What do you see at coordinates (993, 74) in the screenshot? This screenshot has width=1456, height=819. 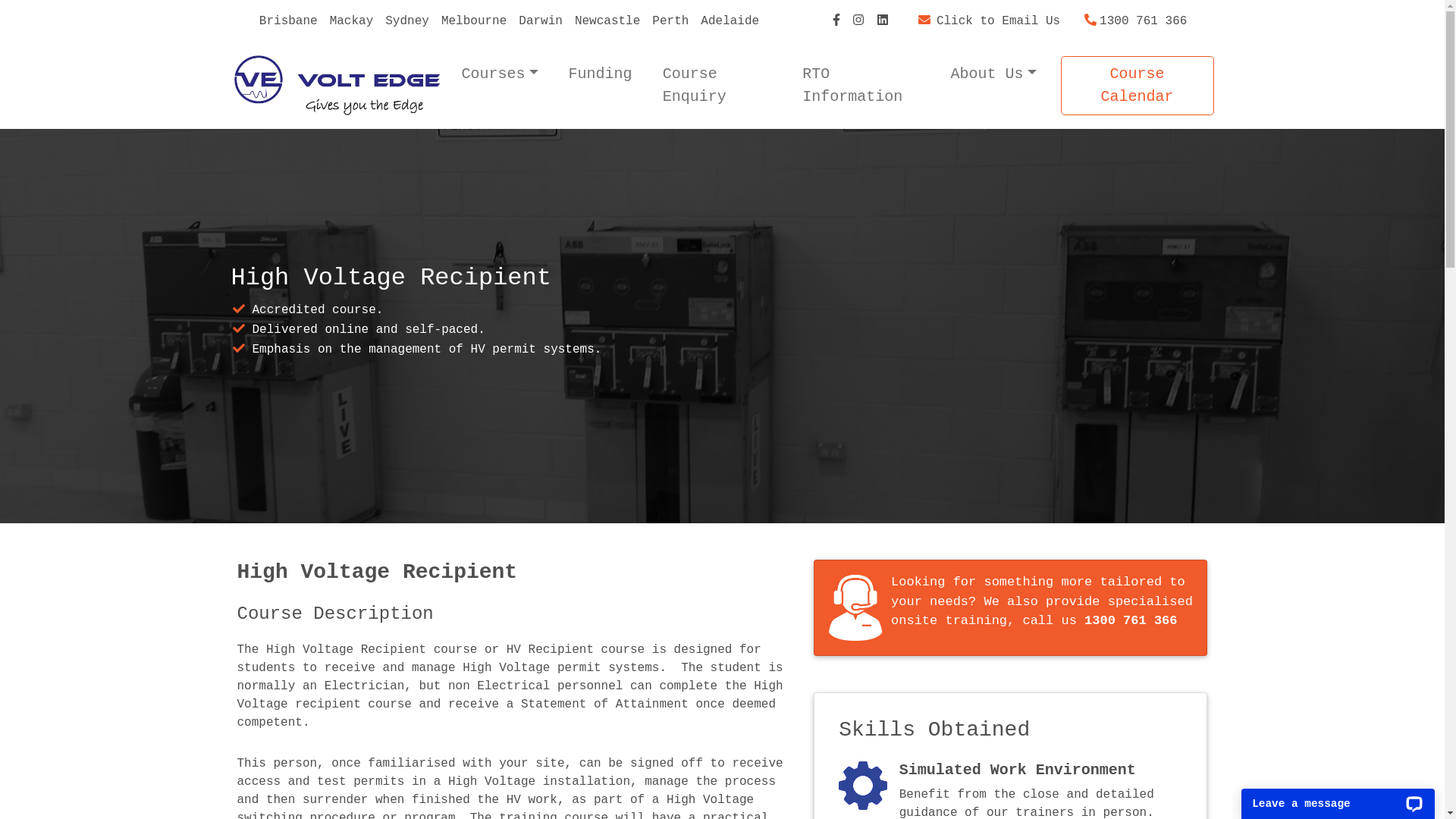 I see `'About Us'` at bounding box center [993, 74].